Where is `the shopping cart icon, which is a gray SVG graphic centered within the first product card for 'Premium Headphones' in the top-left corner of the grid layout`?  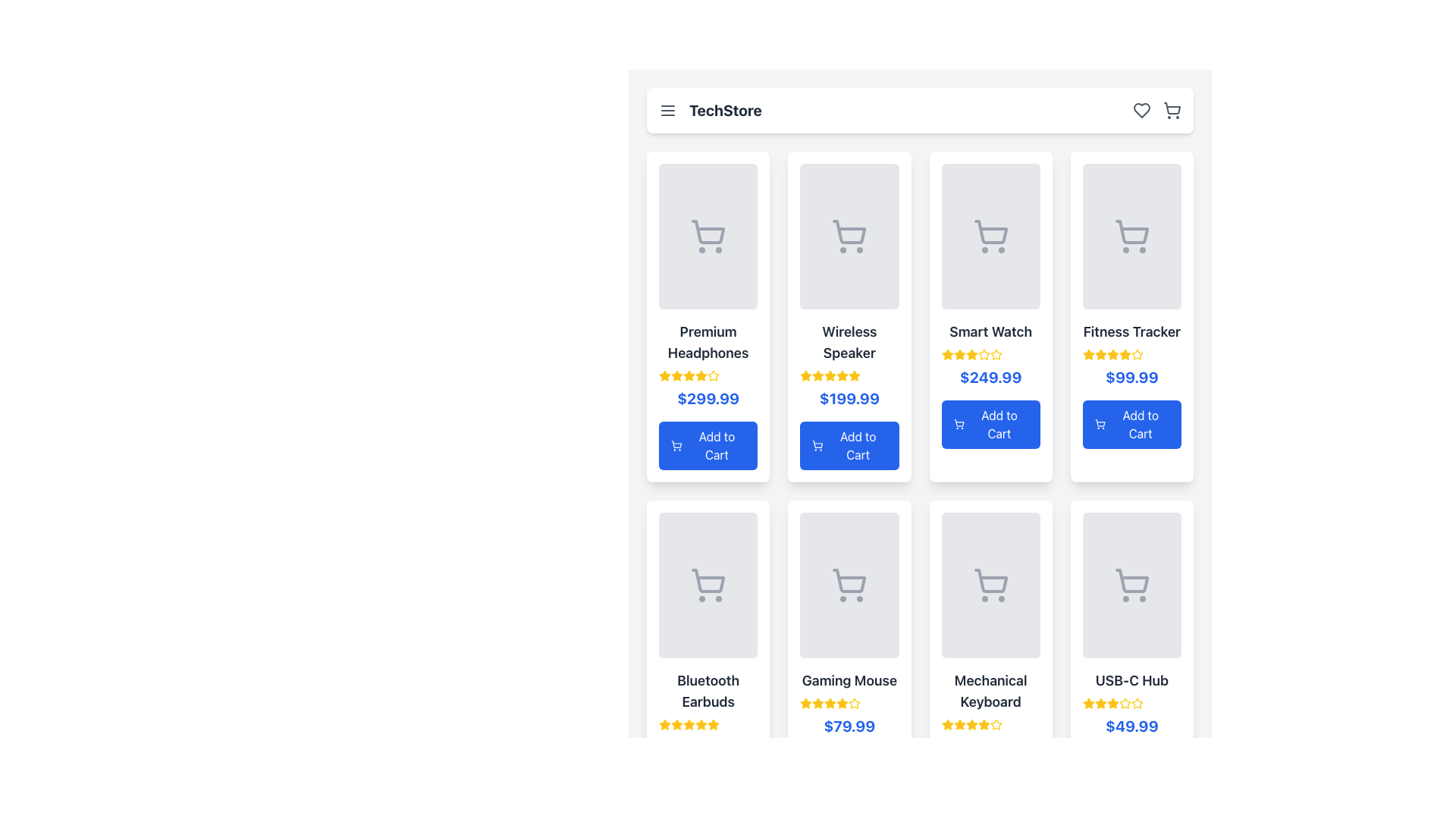 the shopping cart icon, which is a gray SVG graphic centered within the first product card for 'Premium Headphones' in the top-left corner of the grid layout is located at coordinates (708, 237).